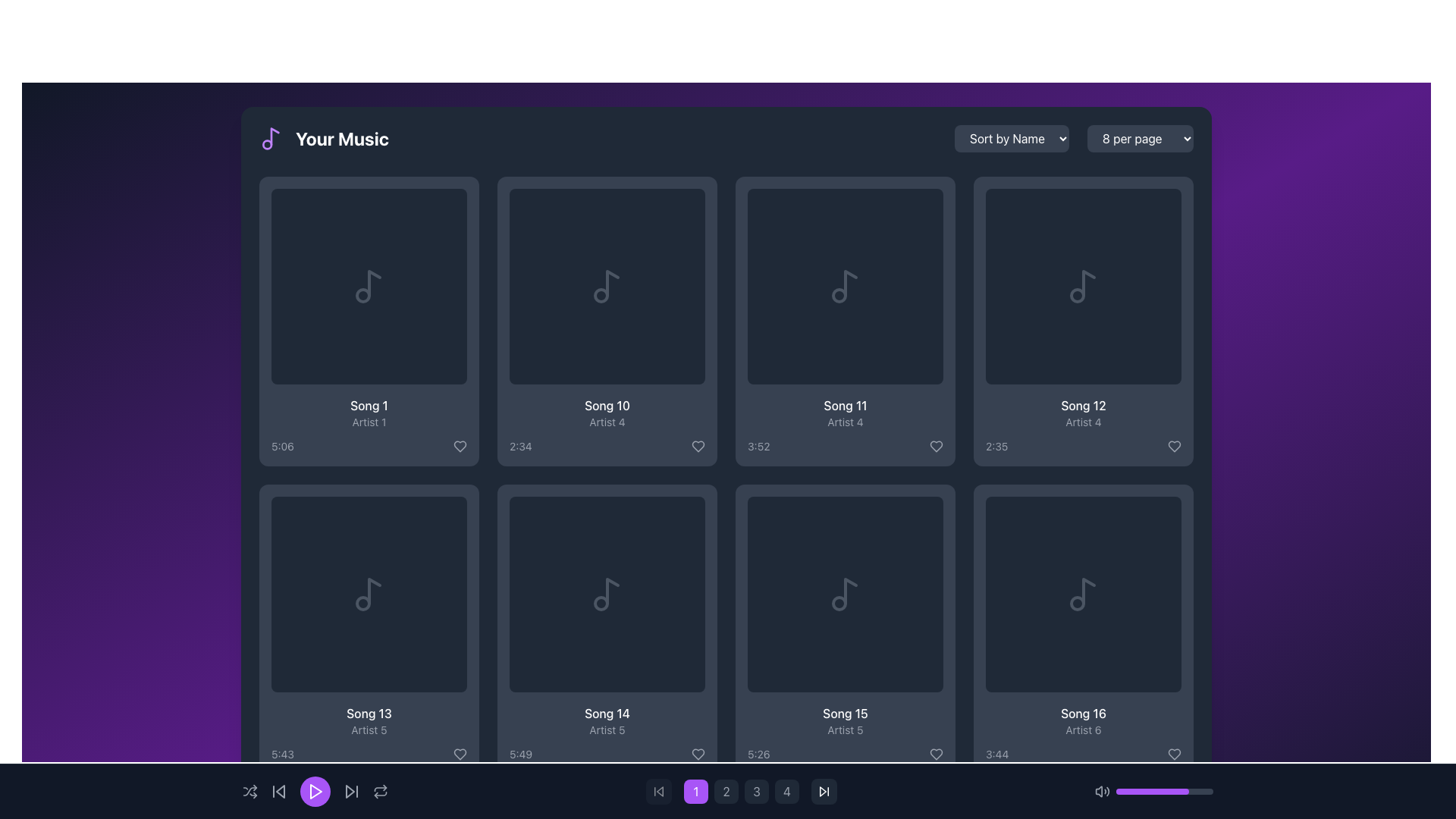  Describe the element at coordinates (1123, 791) in the screenshot. I see `the volume` at that location.